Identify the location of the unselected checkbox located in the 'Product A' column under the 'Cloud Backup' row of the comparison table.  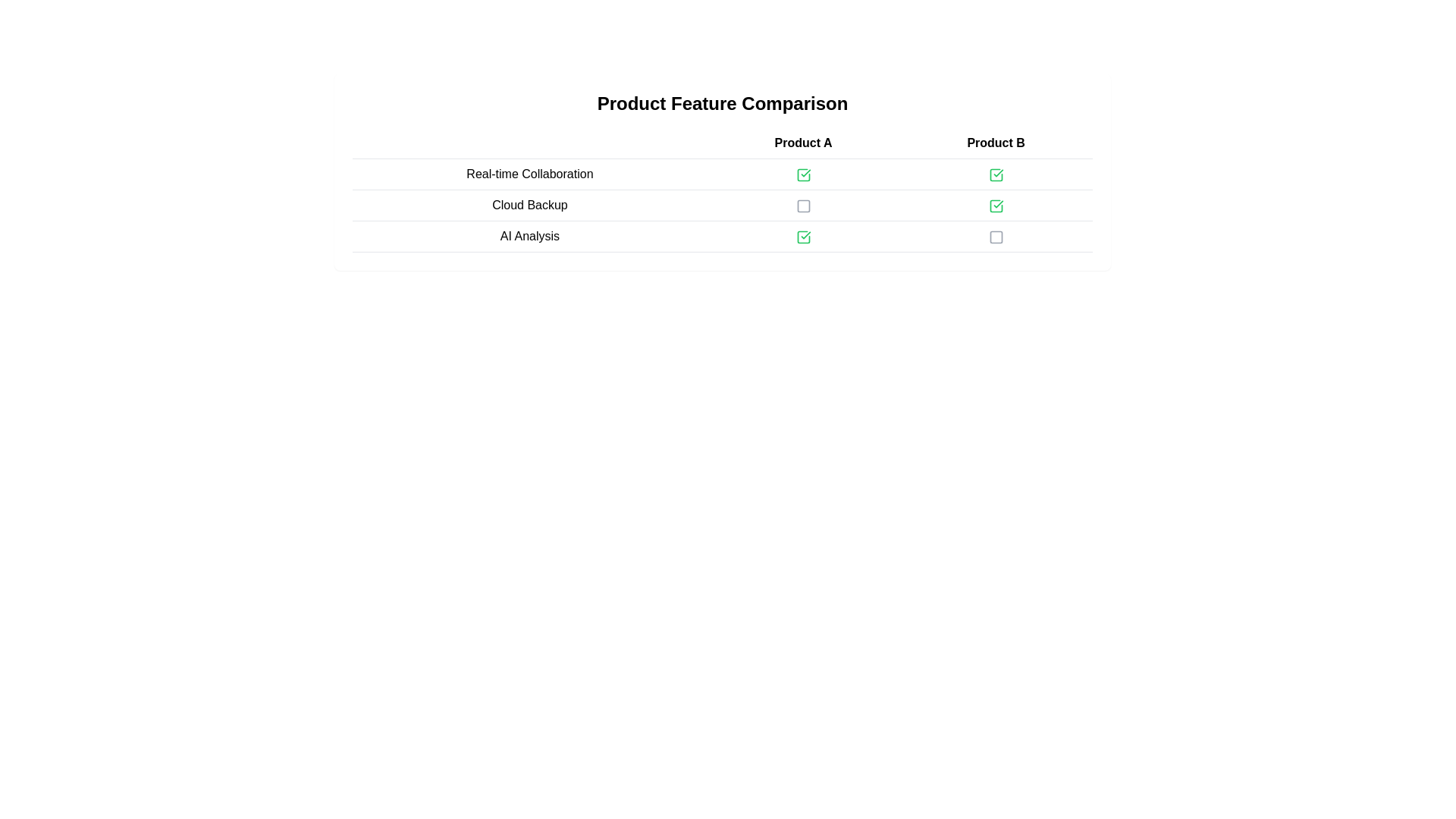
(802, 205).